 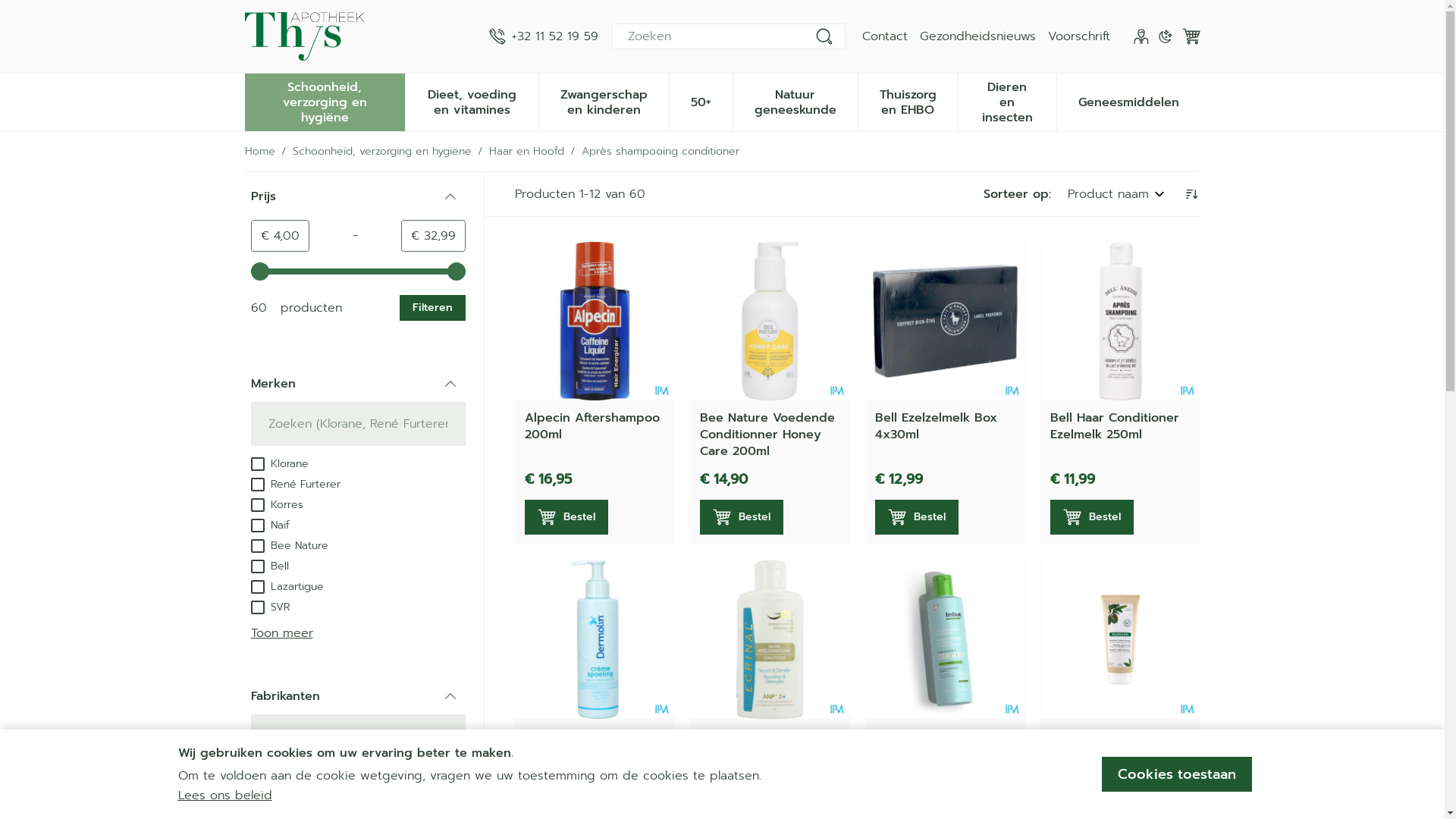 What do you see at coordinates (224, 795) in the screenshot?
I see `'Lees ons beleid'` at bounding box center [224, 795].